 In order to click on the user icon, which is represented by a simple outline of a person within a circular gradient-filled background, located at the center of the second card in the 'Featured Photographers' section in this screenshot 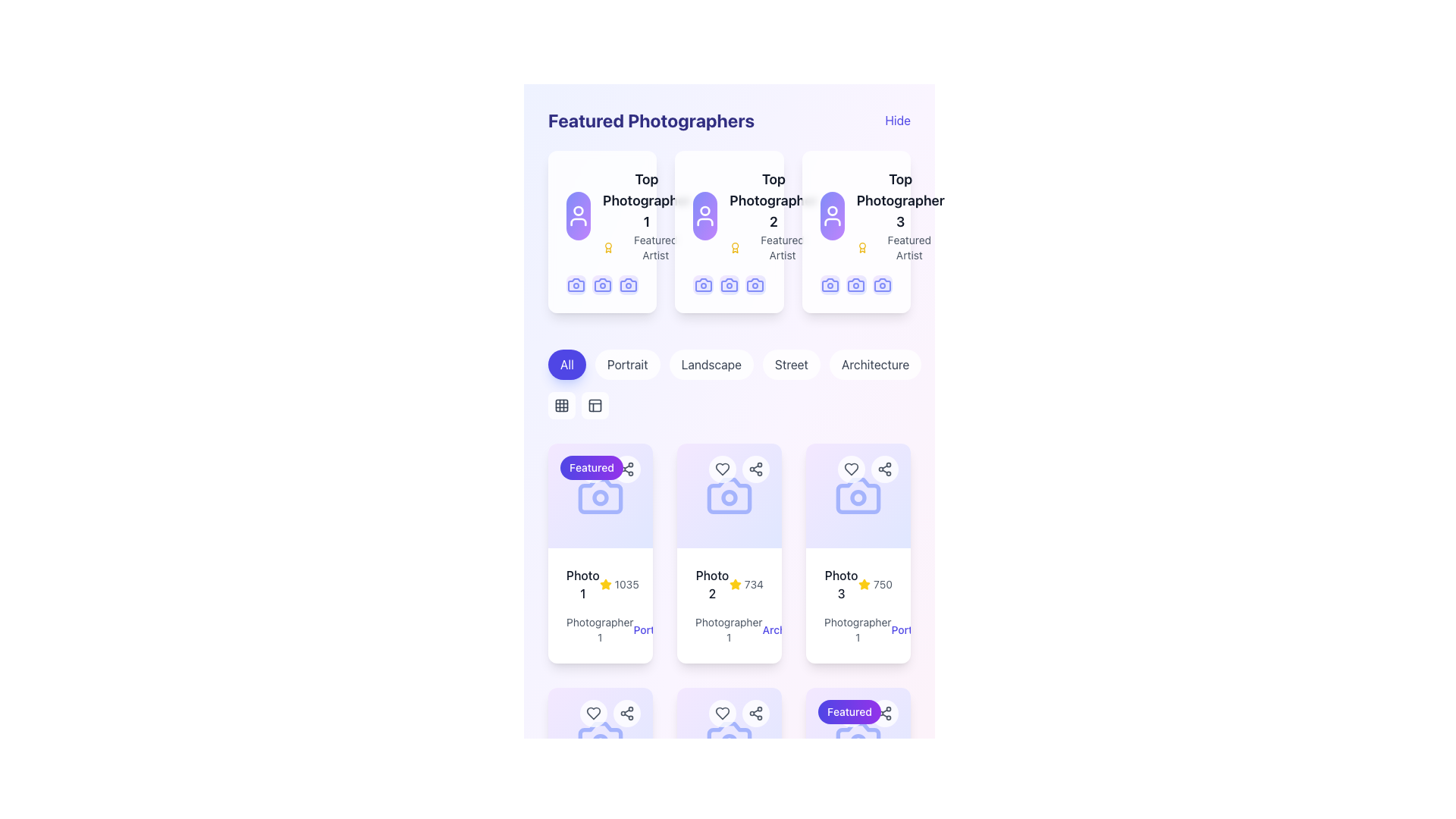, I will do `click(704, 216)`.